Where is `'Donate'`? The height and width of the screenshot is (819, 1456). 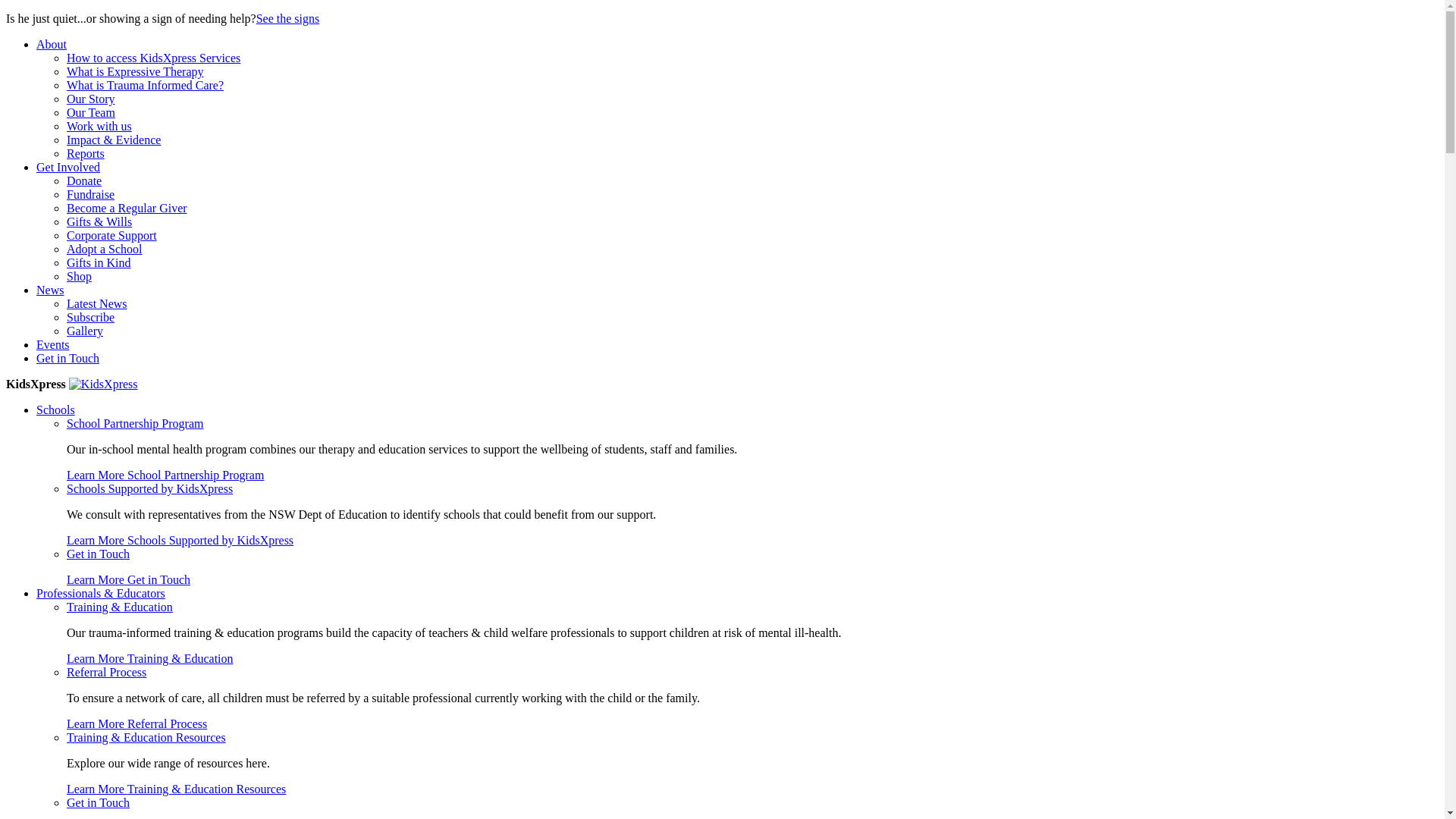
'Donate' is located at coordinates (65, 180).